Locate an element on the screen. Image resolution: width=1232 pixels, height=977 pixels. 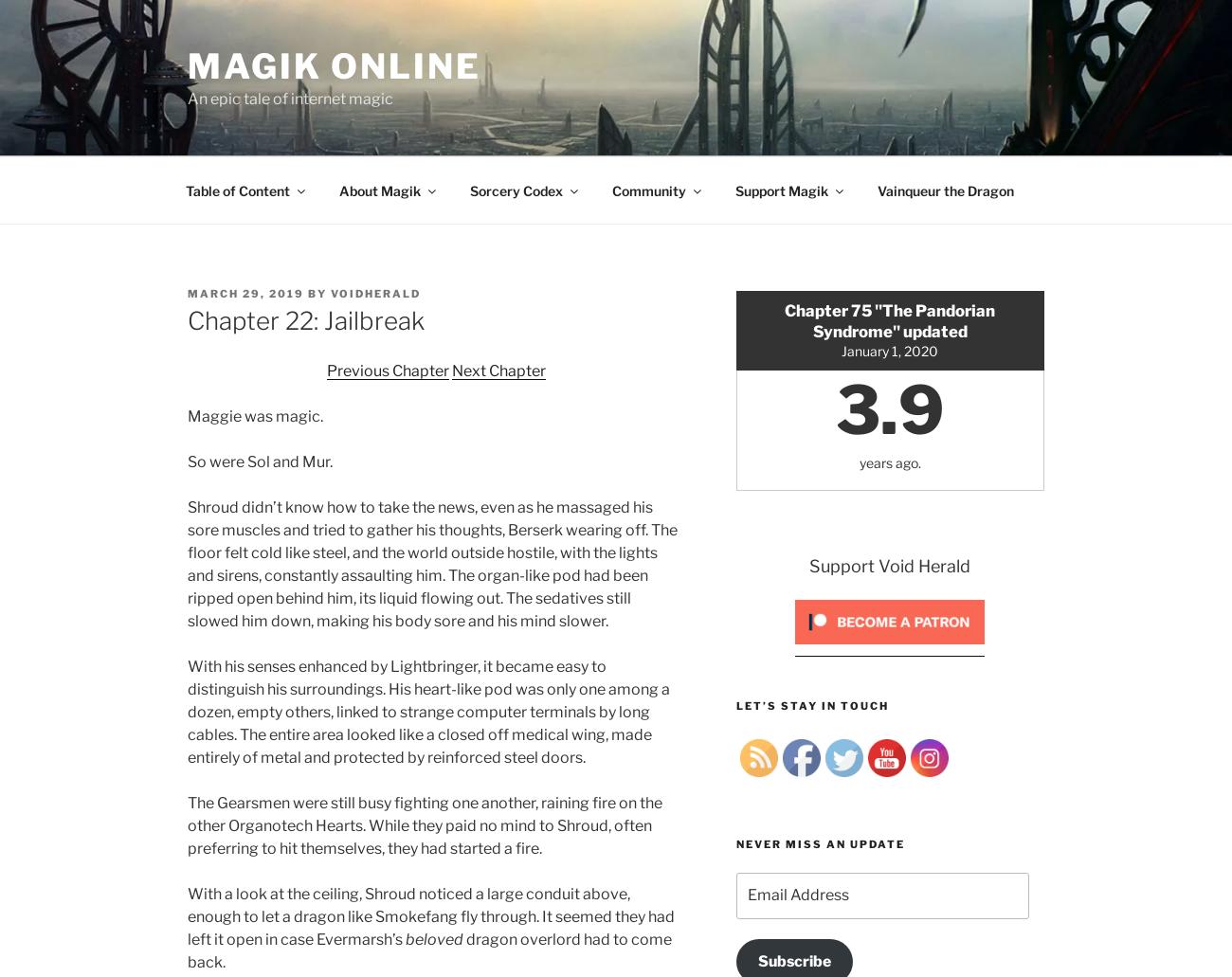
'March 29, 2019' is located at coordinates (245, 293).